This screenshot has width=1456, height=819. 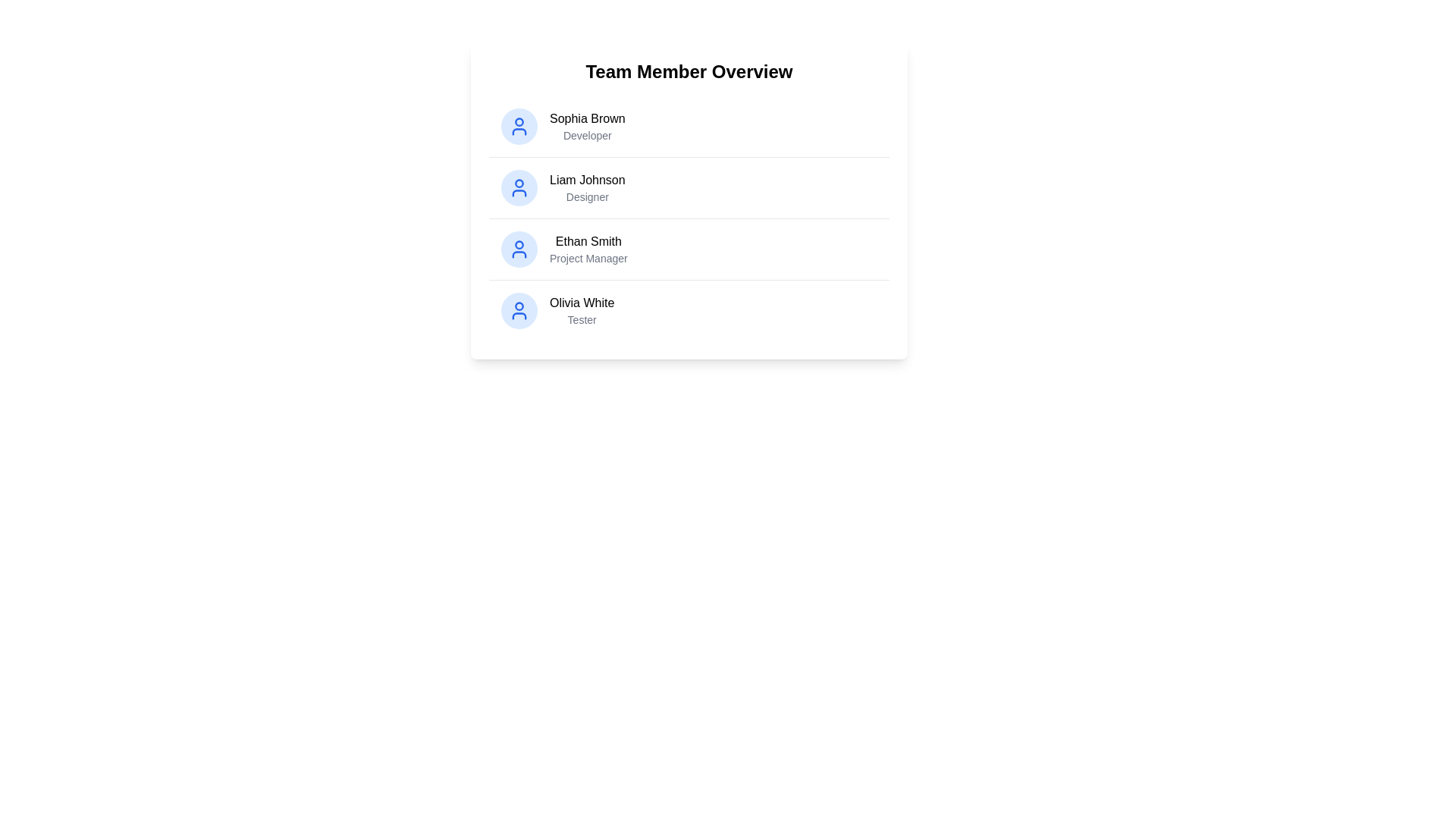 What do you see at coordinates (519, 187) in the screenshot?
I see `the outlined blue user icon representing team member 'Liam Johnson'` at bounding box center [519, 187].